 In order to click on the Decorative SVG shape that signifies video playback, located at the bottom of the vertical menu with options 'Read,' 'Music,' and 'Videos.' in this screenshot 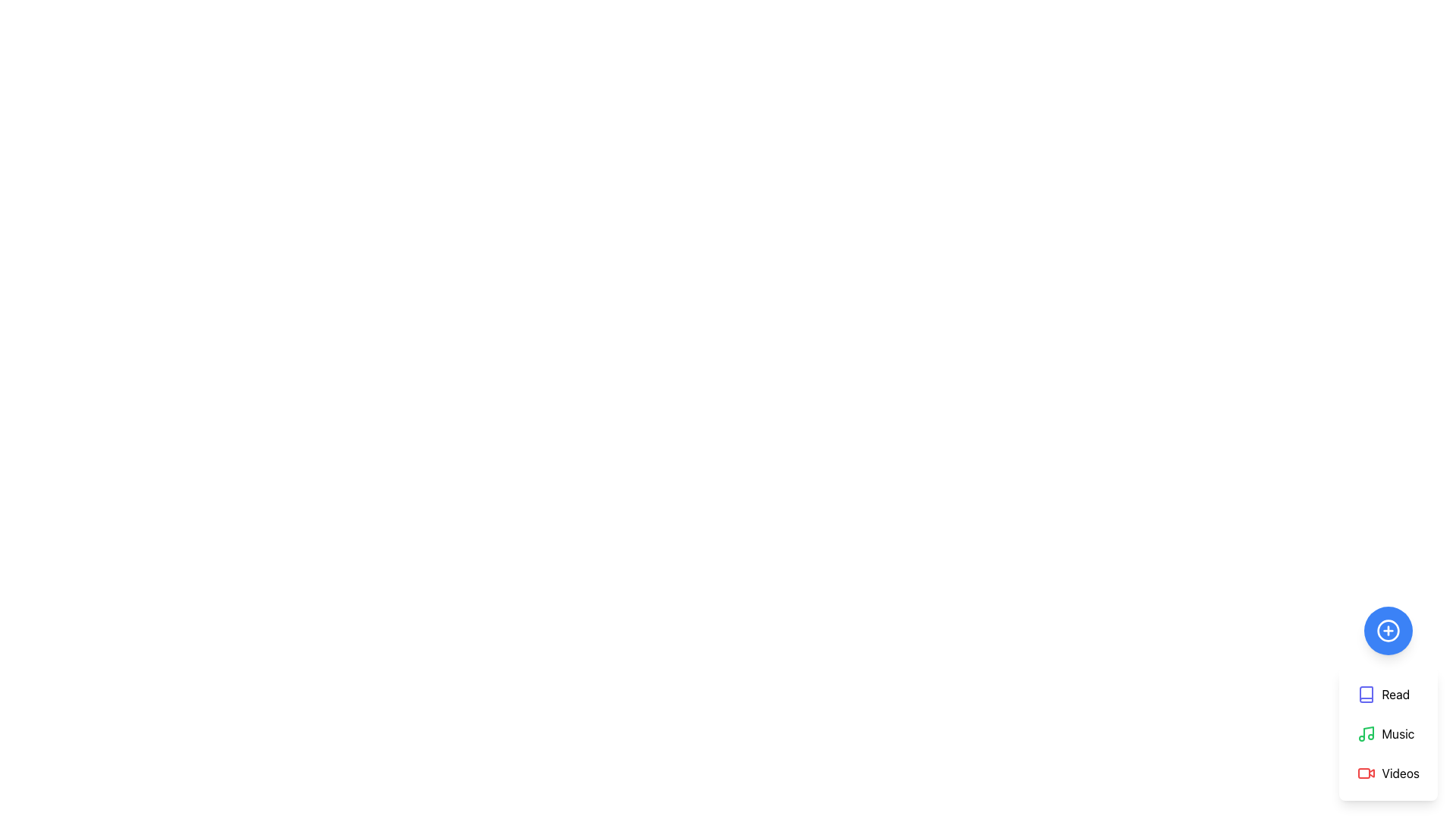, I will do `click(1372, 773)`.